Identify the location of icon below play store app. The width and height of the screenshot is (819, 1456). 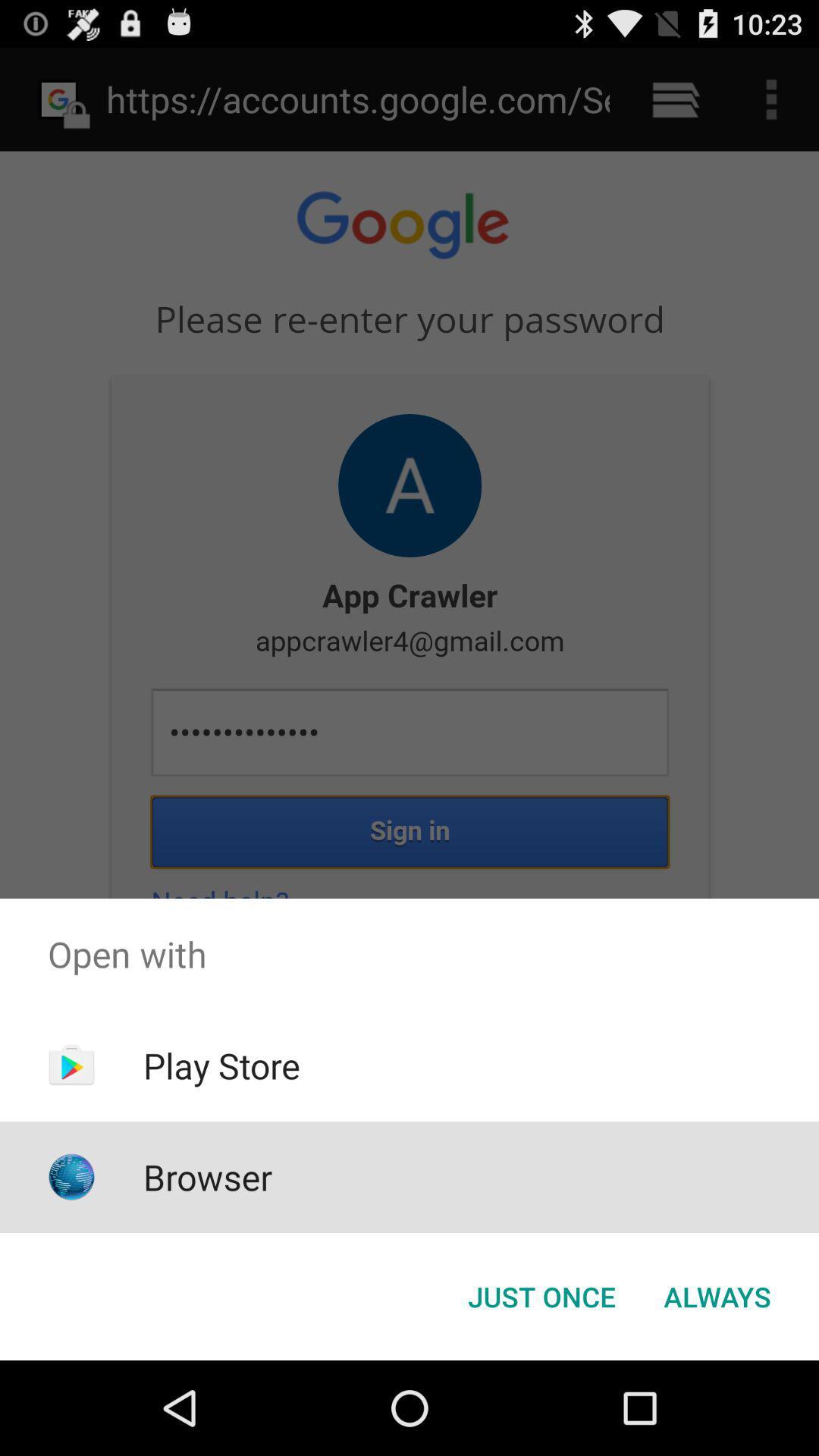
(208, 1176).